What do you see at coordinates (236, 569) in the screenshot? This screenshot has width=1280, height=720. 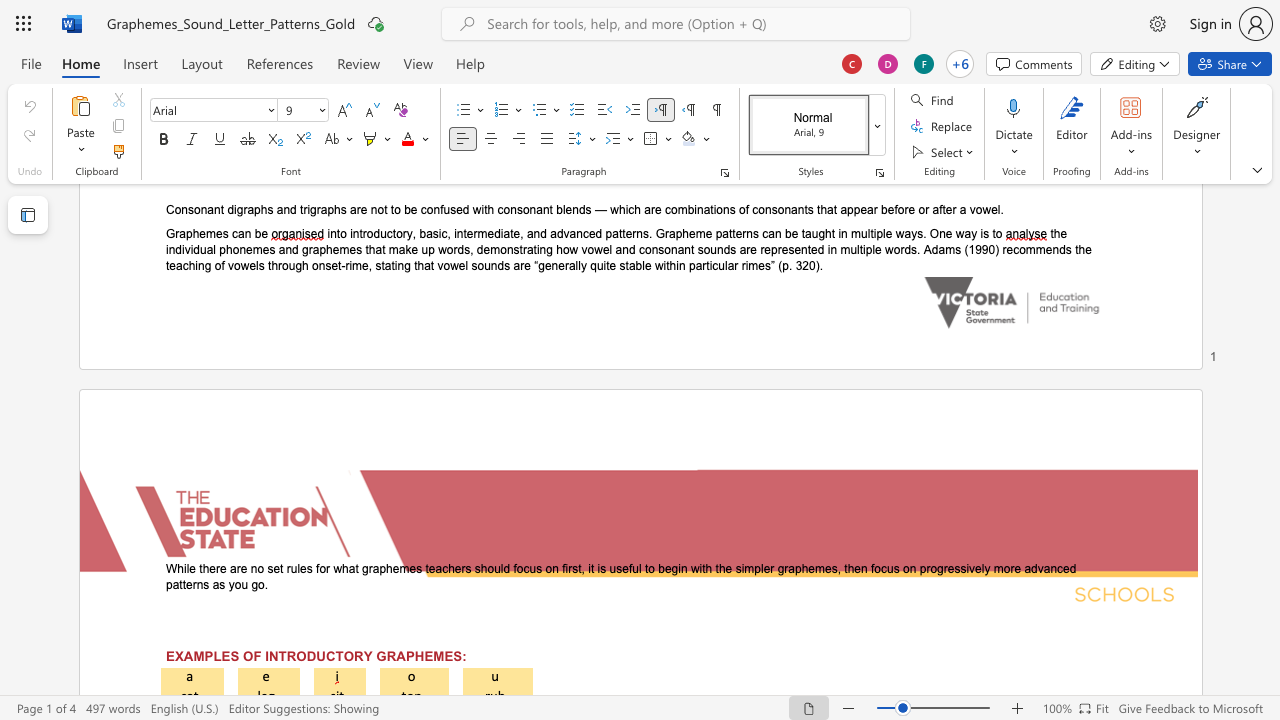 I see `the space between the continuous character "a" and "r" in the text` at bounding box center [236, 569].